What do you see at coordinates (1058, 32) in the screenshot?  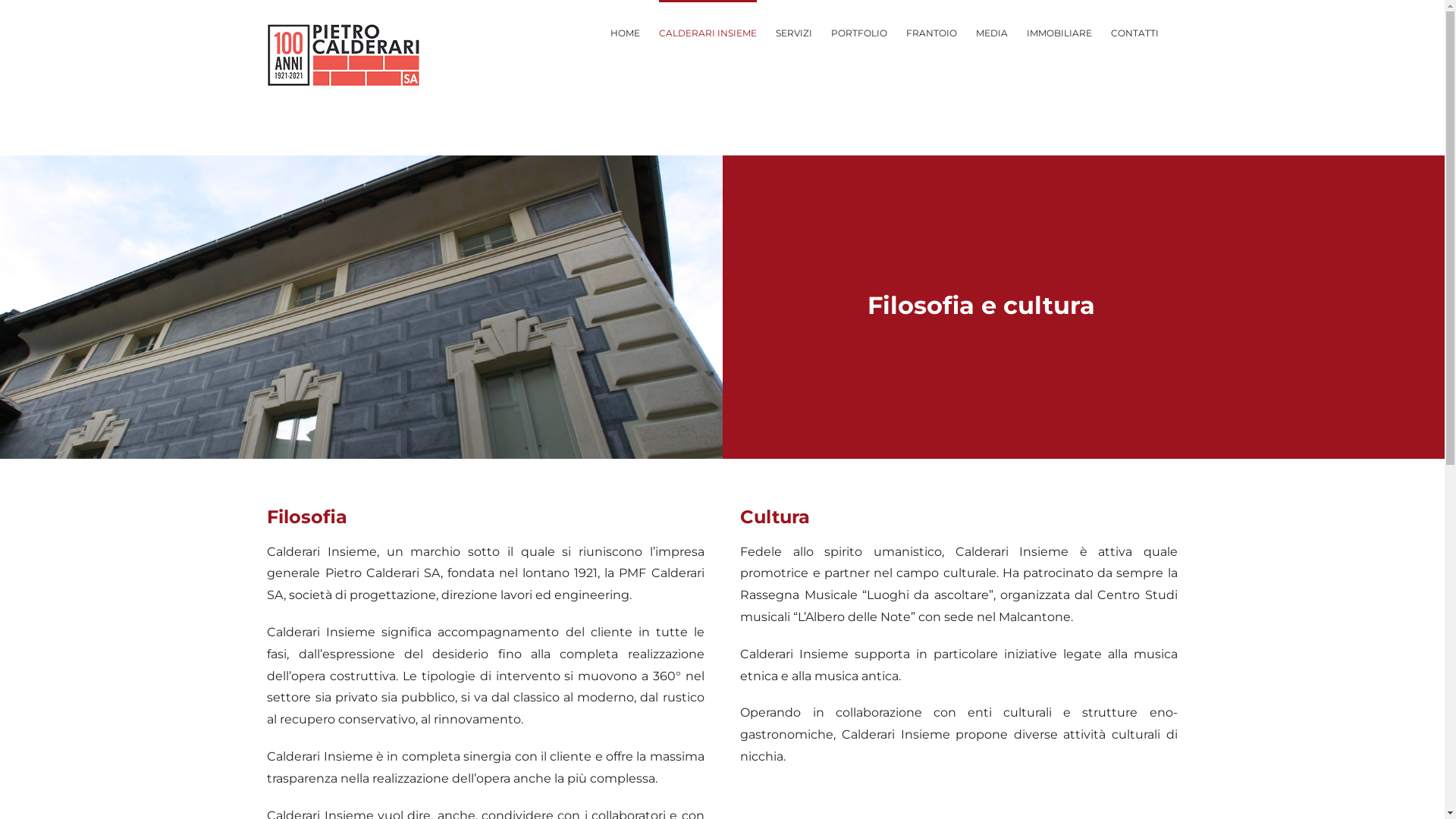 I see `'IMMOBILIARE'` at bounding box center [1058, 32].